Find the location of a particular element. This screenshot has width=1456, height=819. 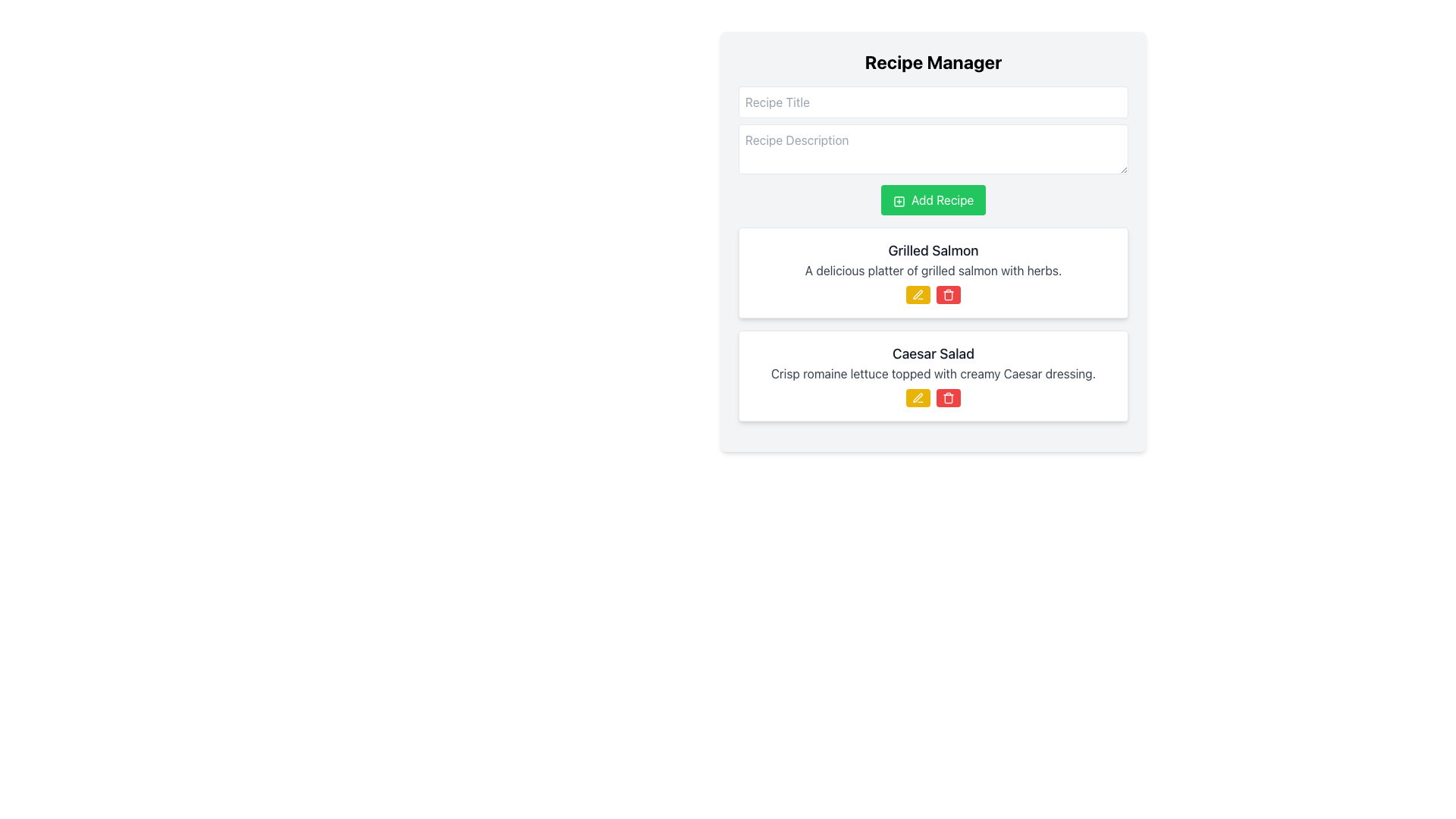

the small red rectangular button with rounded corners that has a white trash can icon, which is the second button in the button group located in the bottom-right corner of the 'Caesar Salad' recipe card is located at coordinates (948, 397).